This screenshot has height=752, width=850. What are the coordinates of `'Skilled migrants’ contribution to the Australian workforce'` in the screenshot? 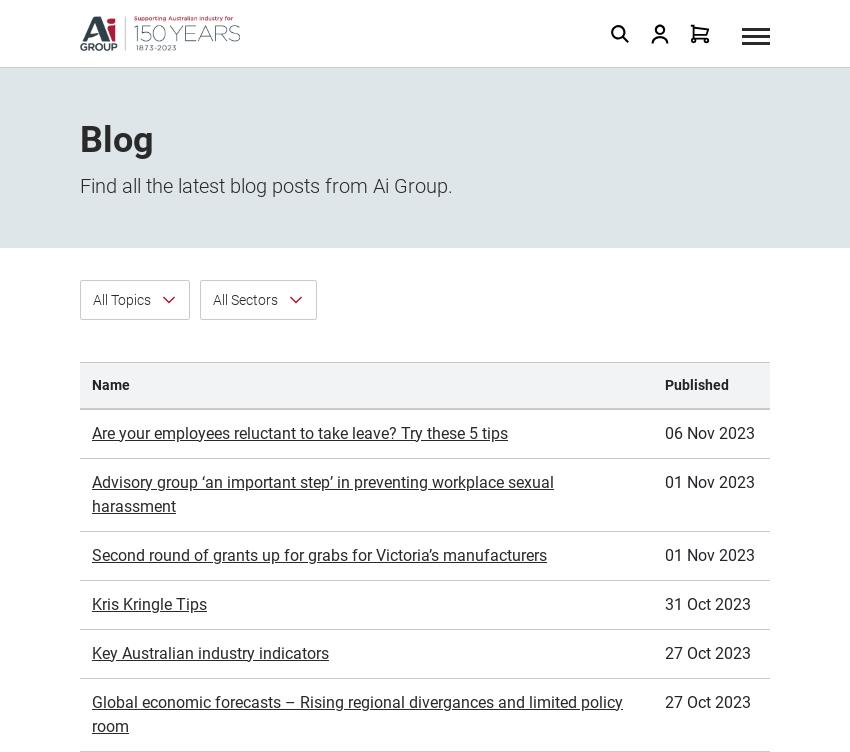 It's located at (90, 550).